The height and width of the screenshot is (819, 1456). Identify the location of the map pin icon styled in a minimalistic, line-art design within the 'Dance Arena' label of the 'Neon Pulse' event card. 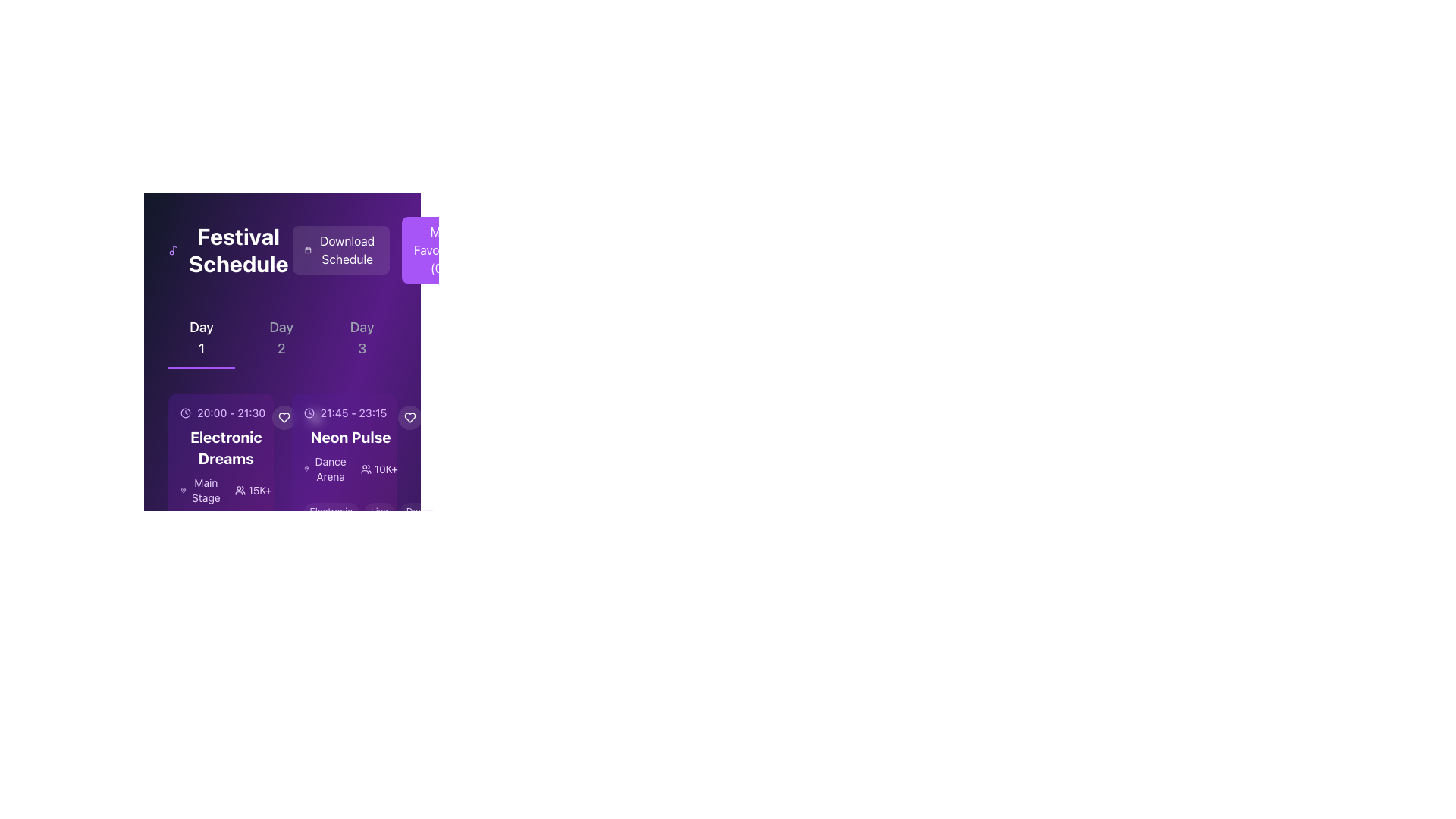
(306, 468).